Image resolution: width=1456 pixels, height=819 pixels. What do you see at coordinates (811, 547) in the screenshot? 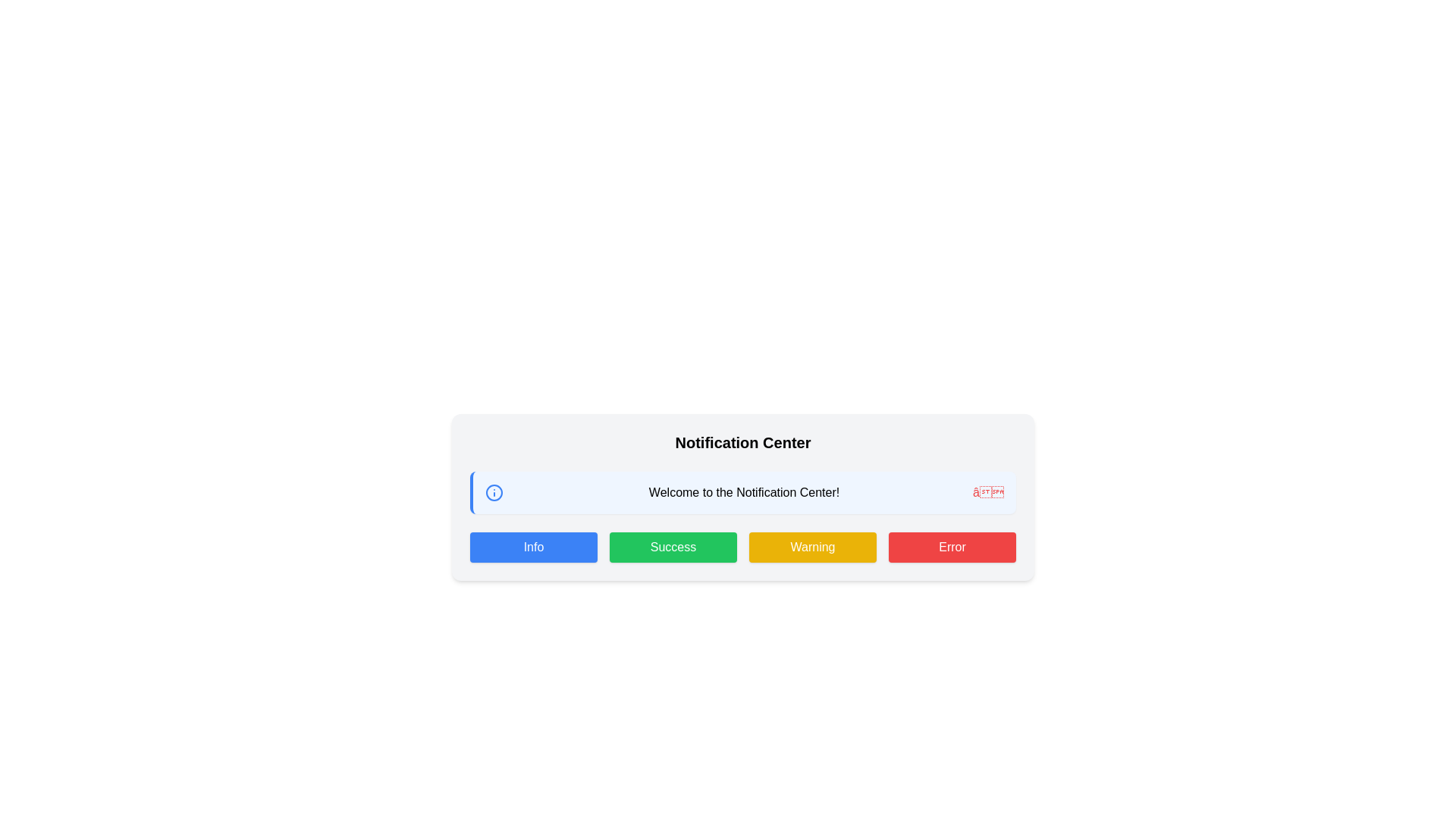
I see `the yellow 'Warning' button with white text, which is the third button in a horizontal row of four buttons` at bounding box center [811, 547].